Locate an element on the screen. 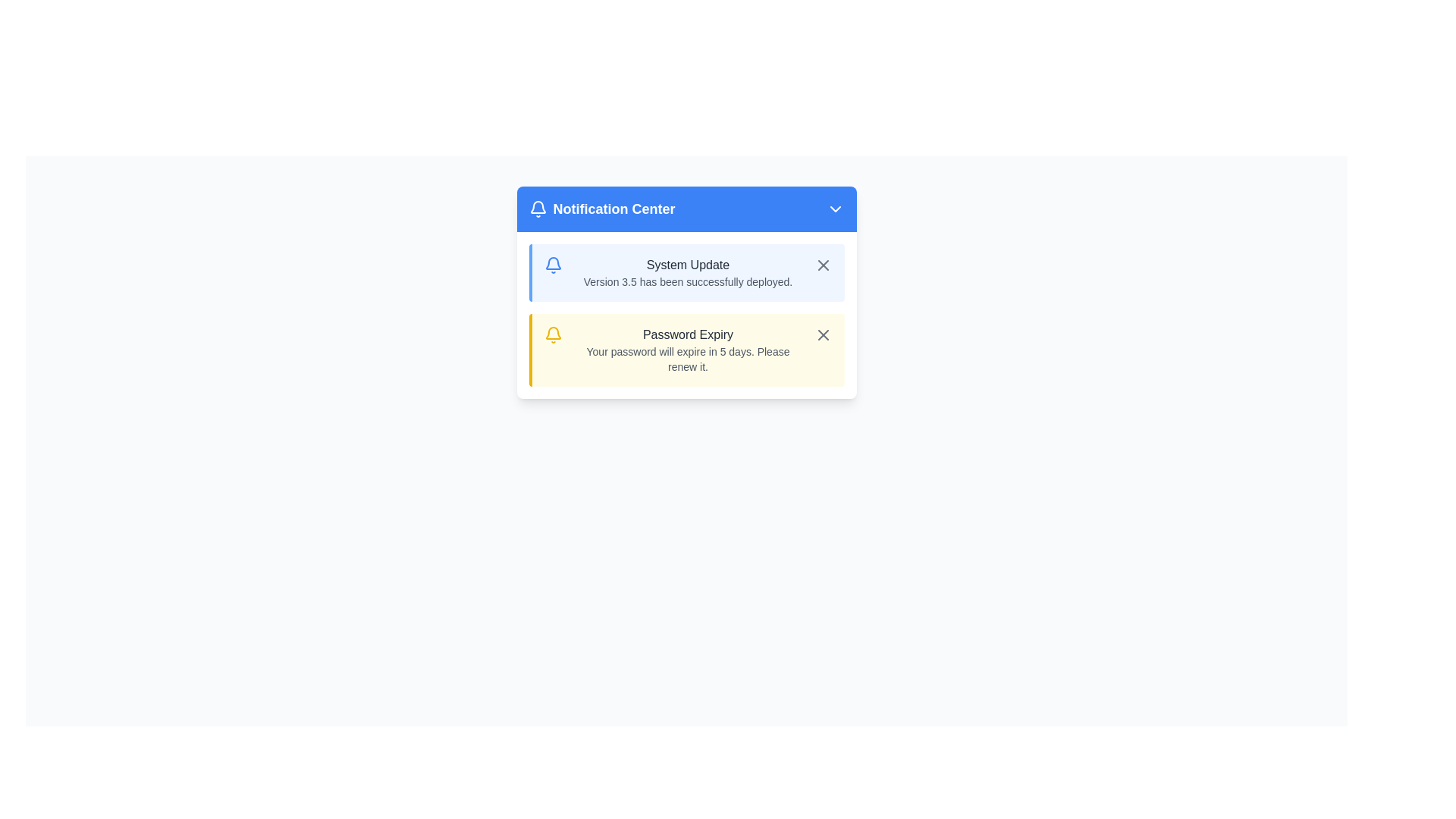 The height and width of the screenshot is (819, 1456). the Notification Card that informs the user about the password expiration in 5 days, located below the 'System Update' notification card is located at coordinates (686, 350).